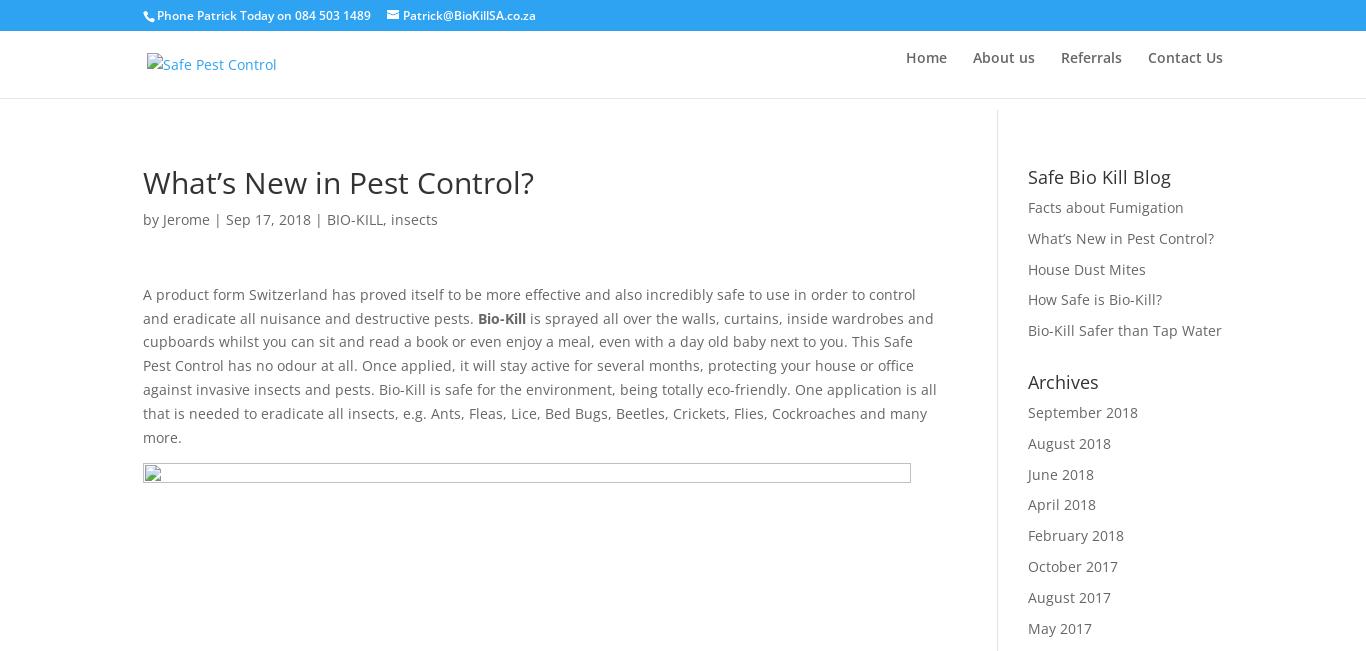 The image size is (1366, 651). Describe the element at coordinates (469, 14) in the screenshot. I see `'Patrick@BioKillSA.co.za'` at that location.